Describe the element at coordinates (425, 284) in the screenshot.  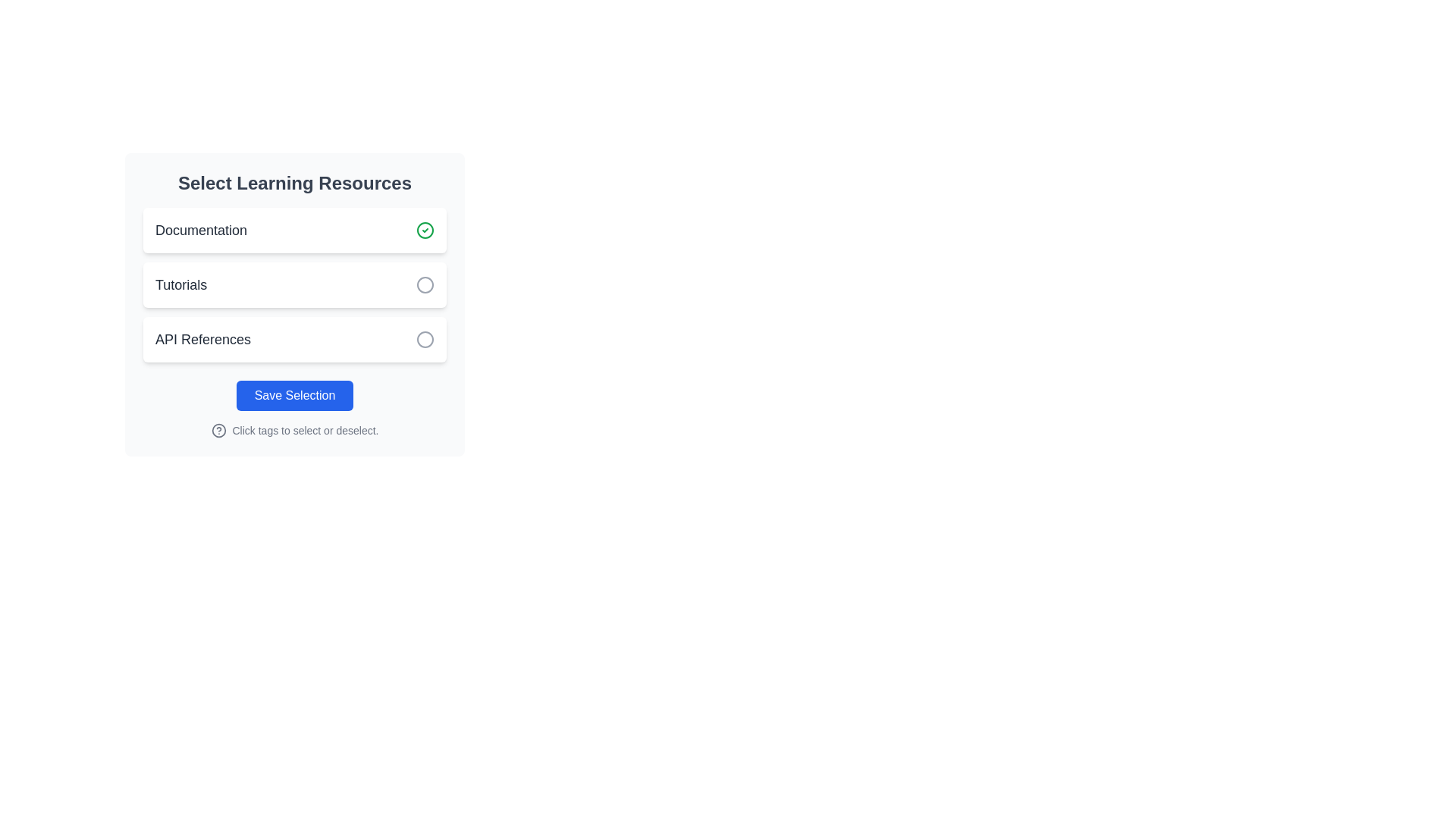
I see `the SVG graphic circle representing the 'Tutorials' option in the list titled 'Select Learning Resources'` at that location.